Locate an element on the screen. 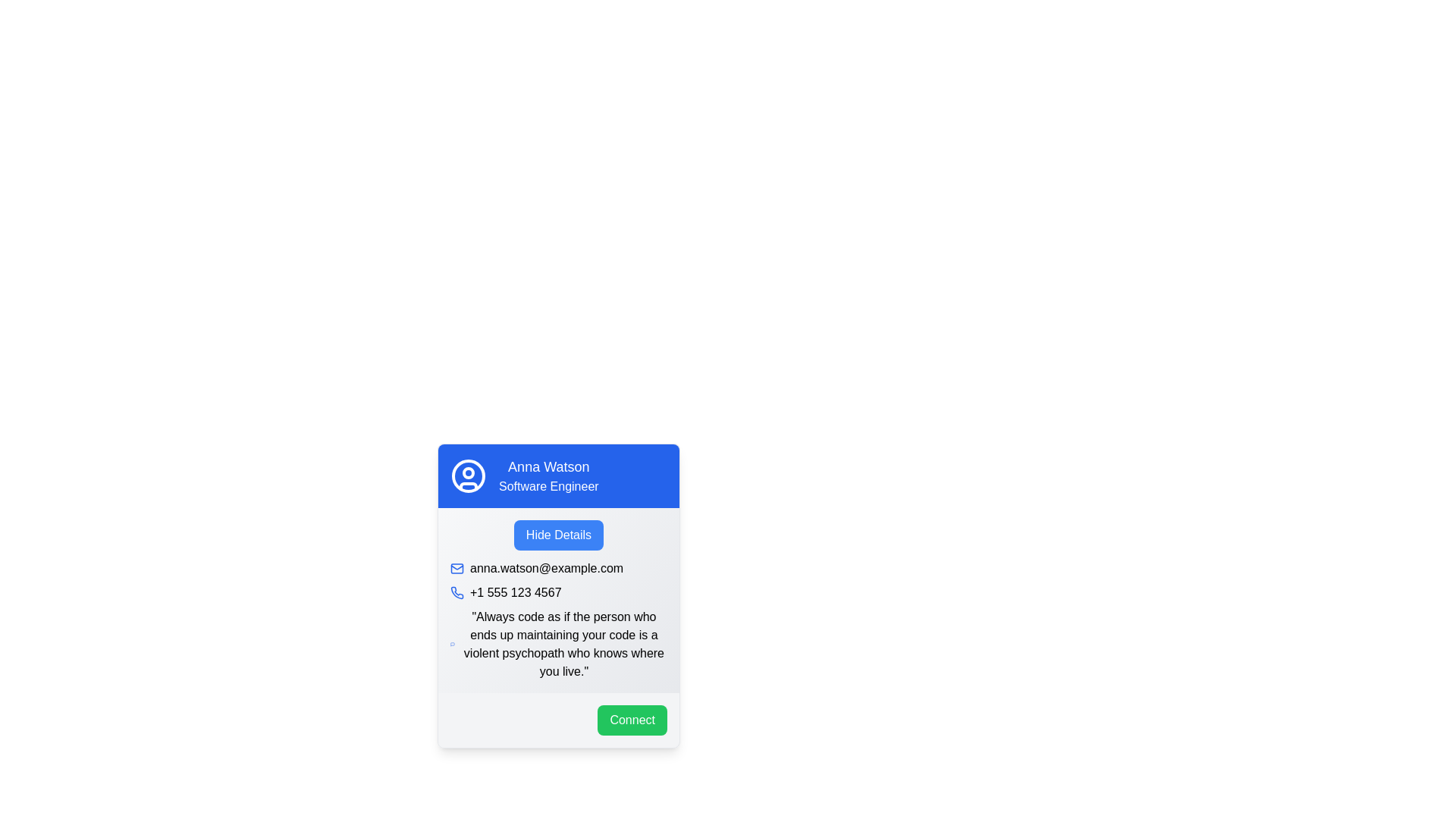  the phone number text display element located under the email address and above the quote block, which shows a contact phone number next to a phone icon is located at coordinates (516, 592).